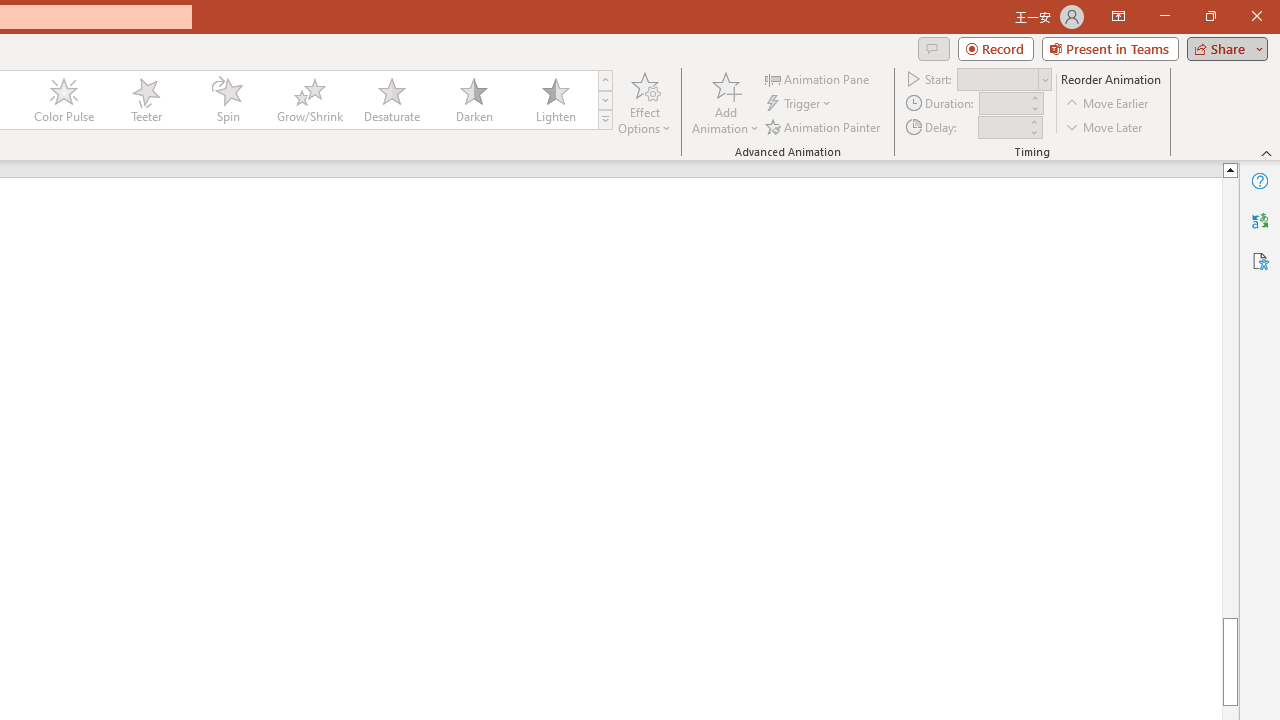 Image resolution: width=1280 pixels, height=720 pixels. What do you see at coordinates (472, 100) in the screenshot?
I see `'Darken'` at bounding box center [472, 100].